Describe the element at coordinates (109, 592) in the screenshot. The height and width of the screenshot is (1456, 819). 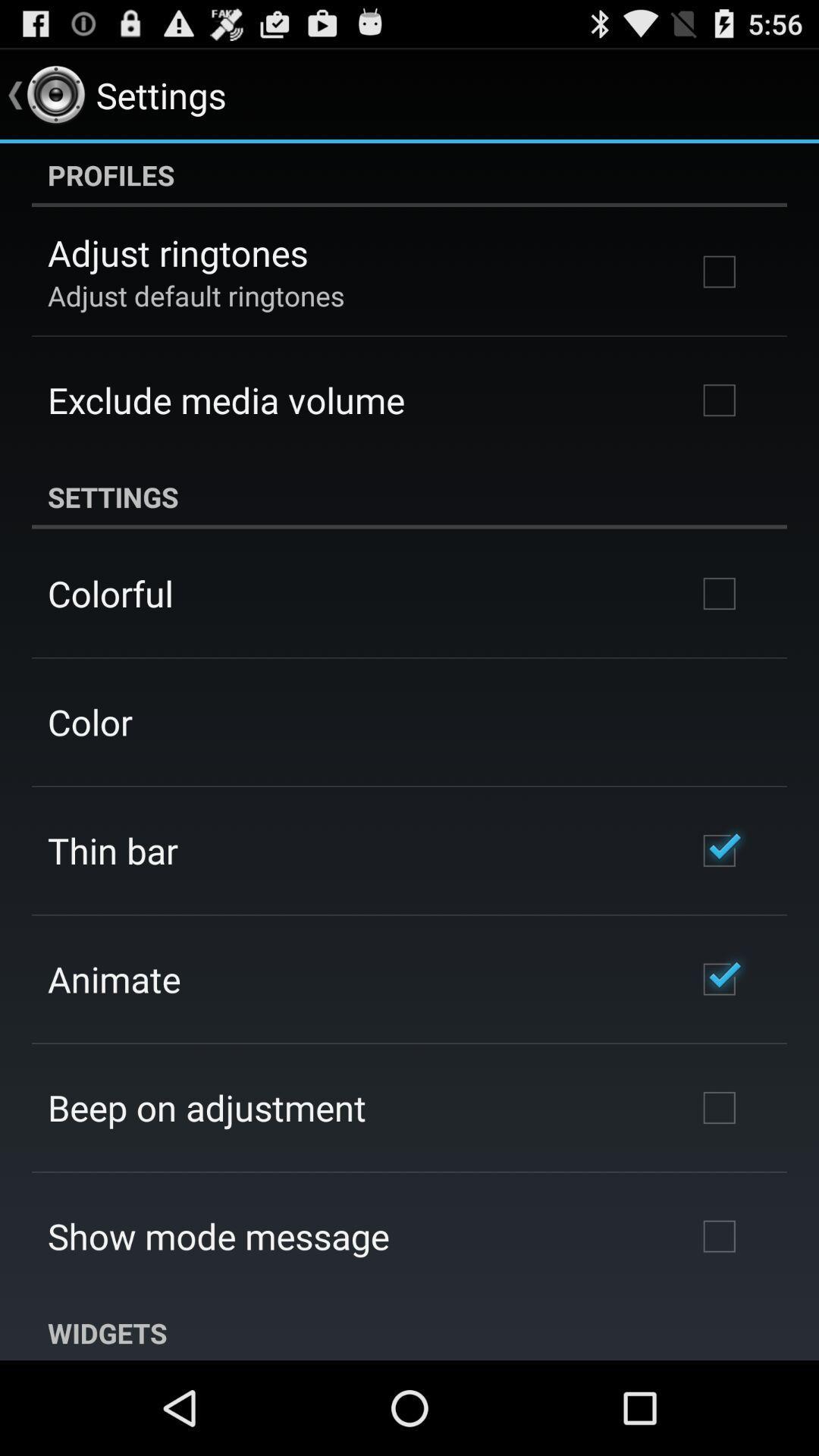
I see `app below settings app` at that location.